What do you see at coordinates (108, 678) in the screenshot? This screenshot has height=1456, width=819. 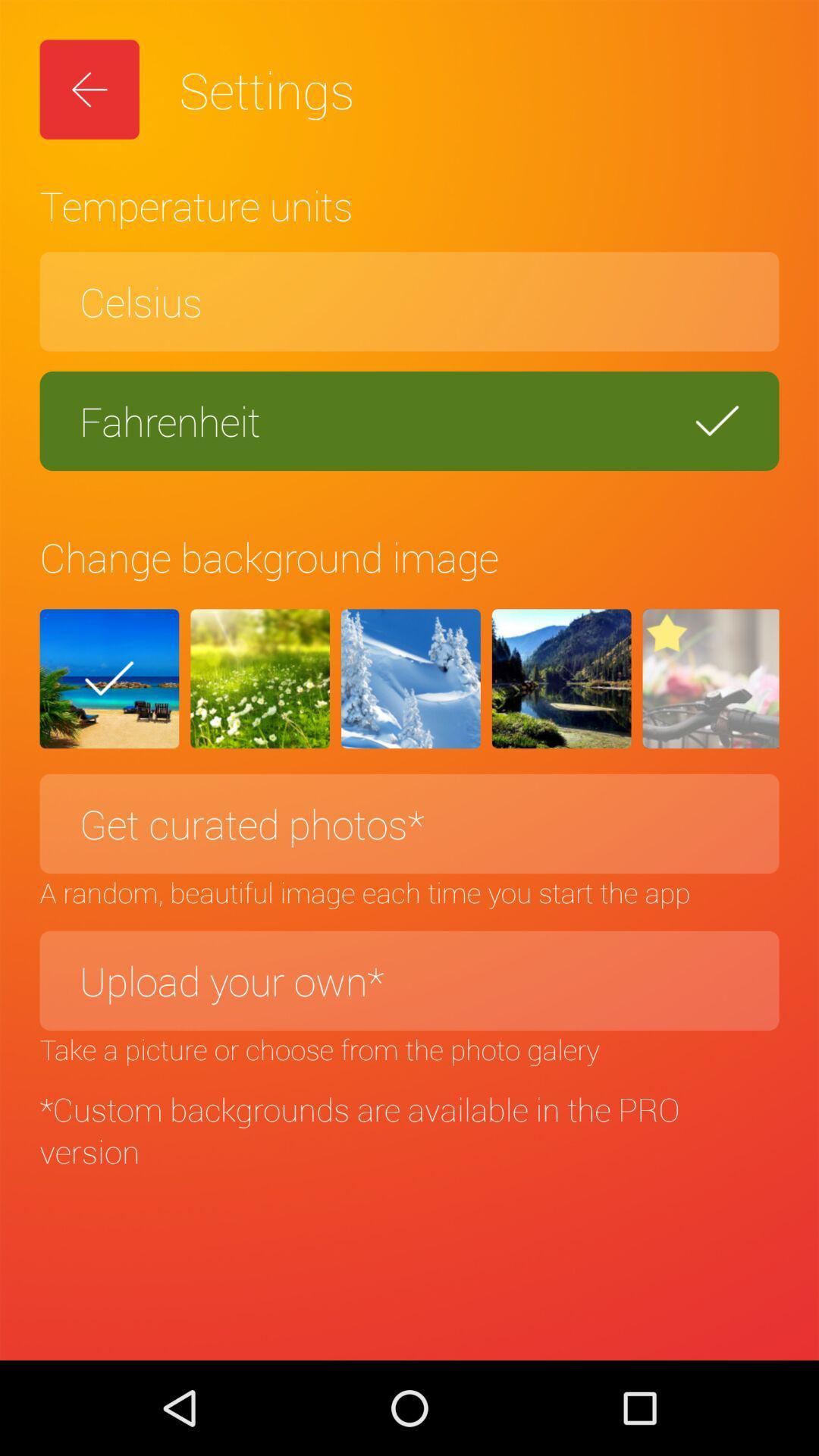 I see `the check icon` at bounding box center [108, 678].